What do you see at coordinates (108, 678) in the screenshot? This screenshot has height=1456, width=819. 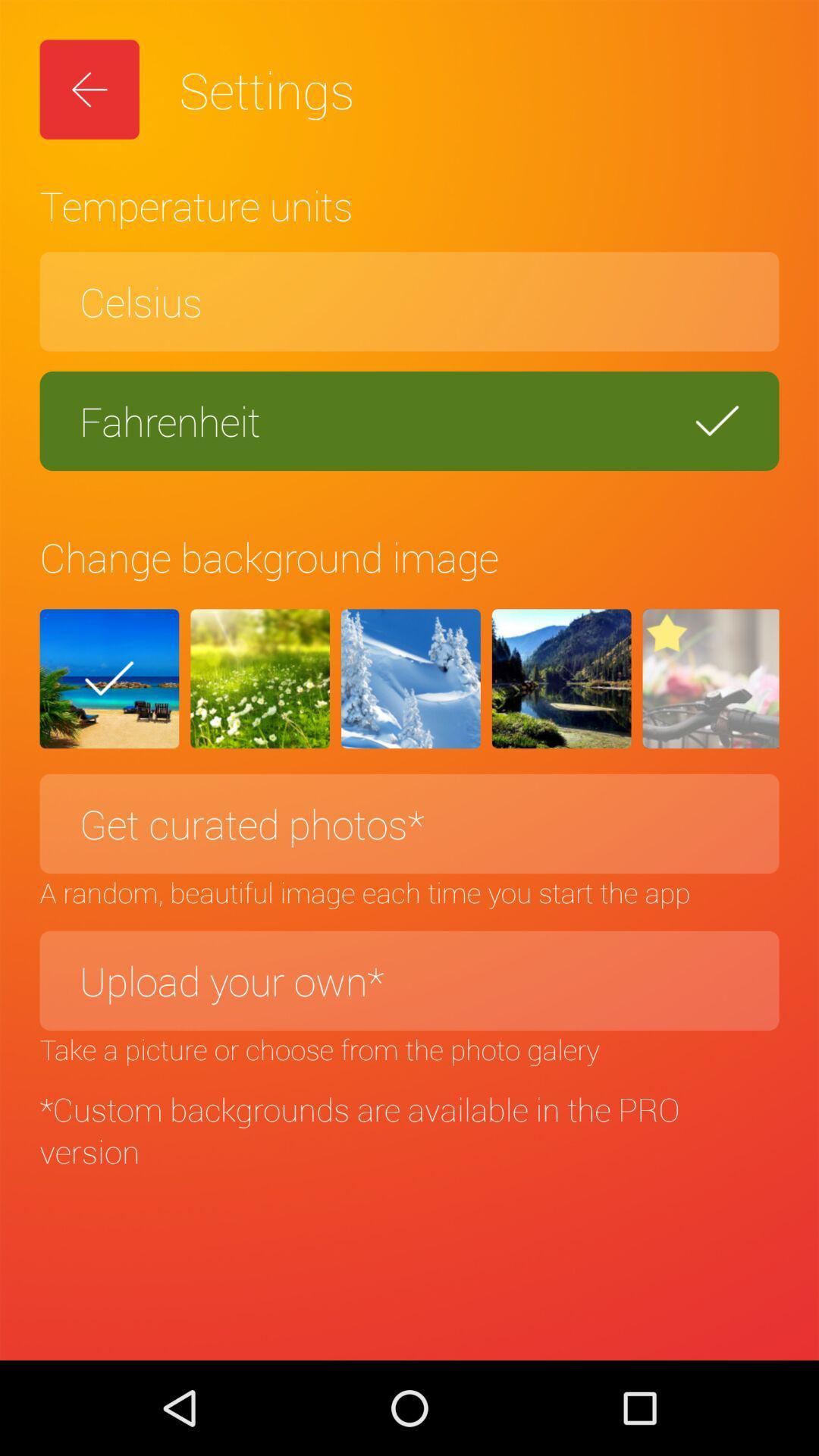 I see `the check icon` at bounding box center [108, 678].